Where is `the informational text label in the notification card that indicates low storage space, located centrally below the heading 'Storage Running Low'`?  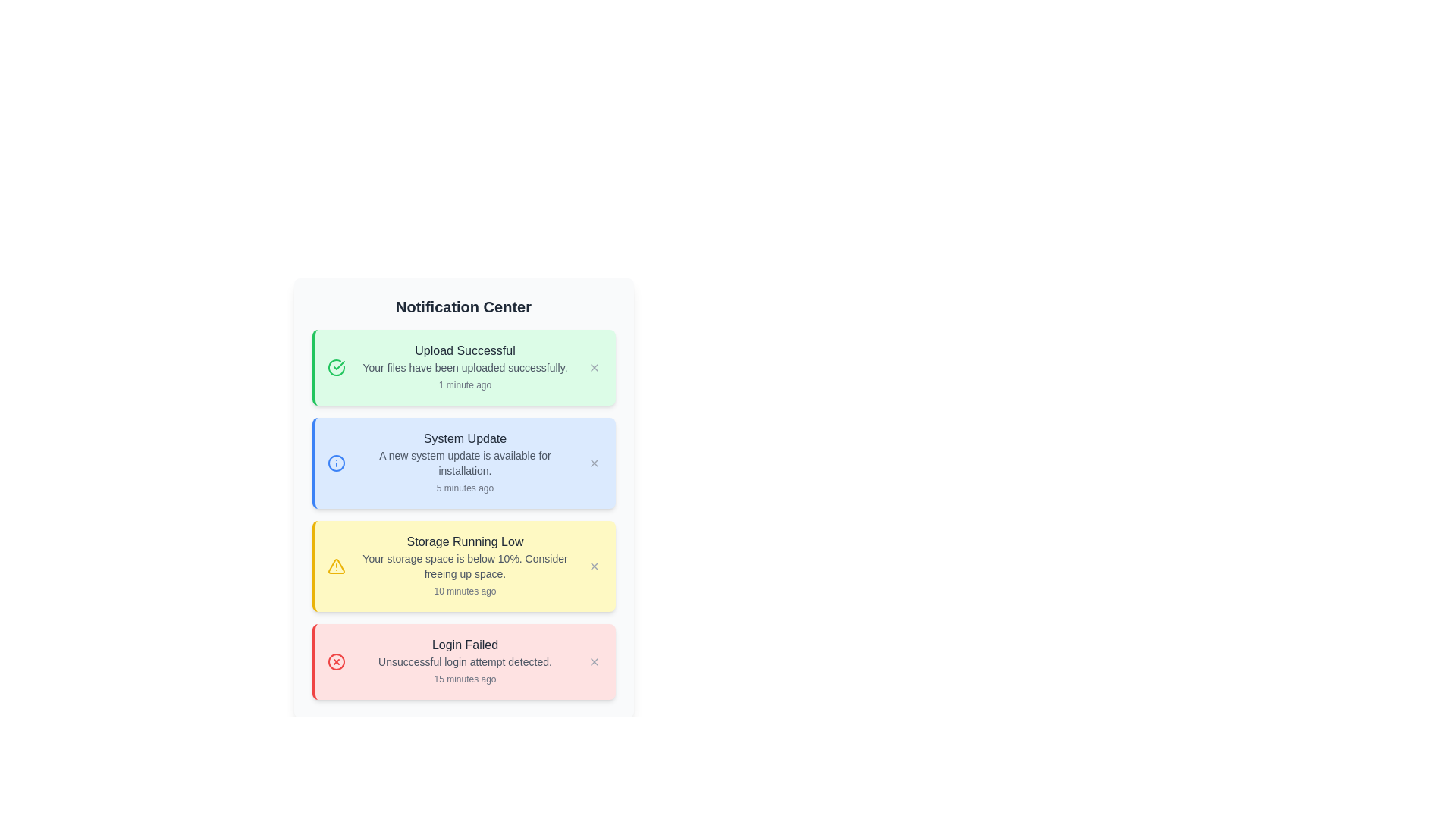 the informational text label in the notification card that indicates low storage space, located centrally below the heading 'Storage Running Low' is located at coordinates (464, 566).